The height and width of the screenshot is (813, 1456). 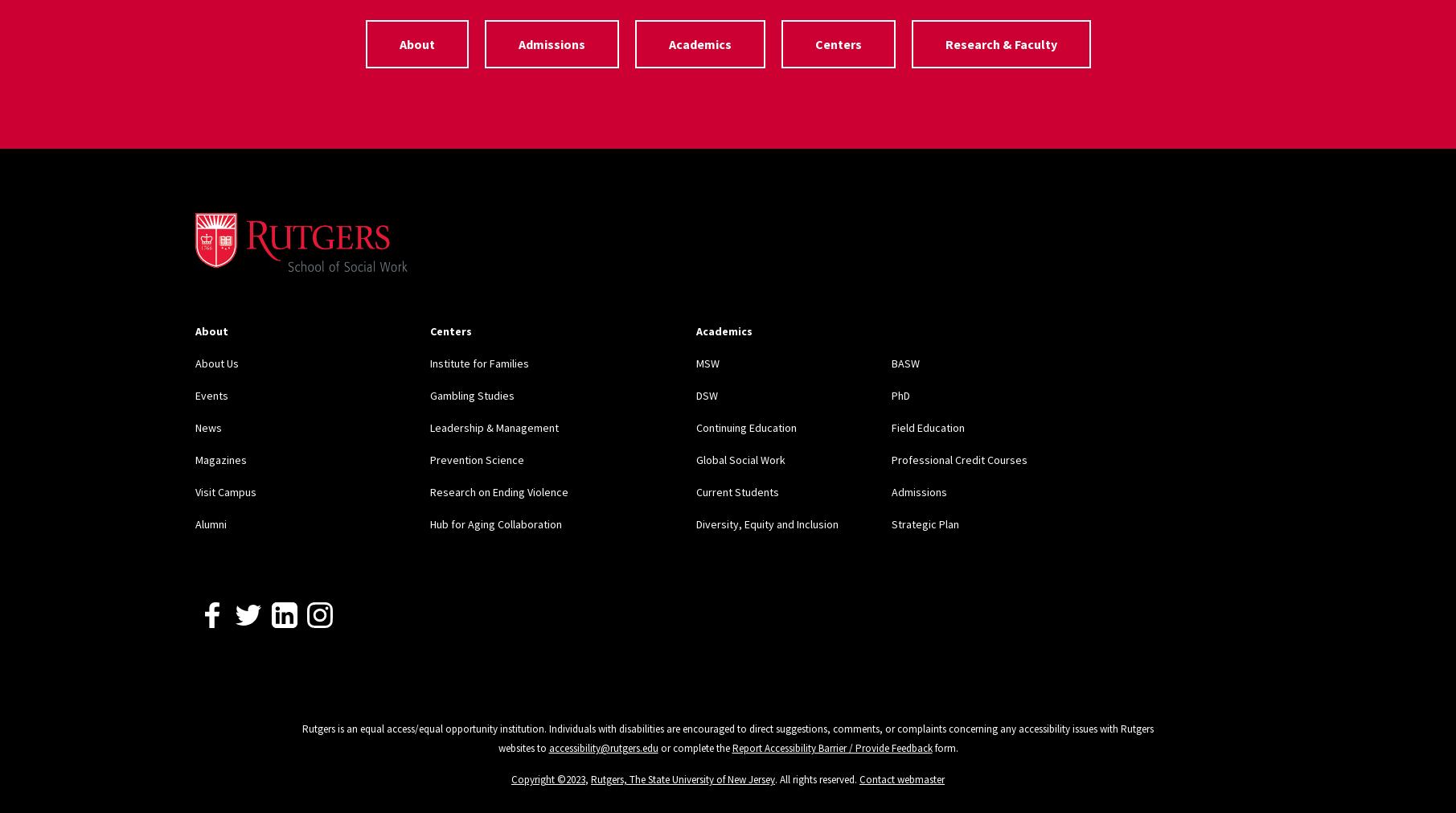 What do you see at coordinates (511, 779) in the screenshot?
I see `'Copyright ©2023'` at bounding box center [511, 779].